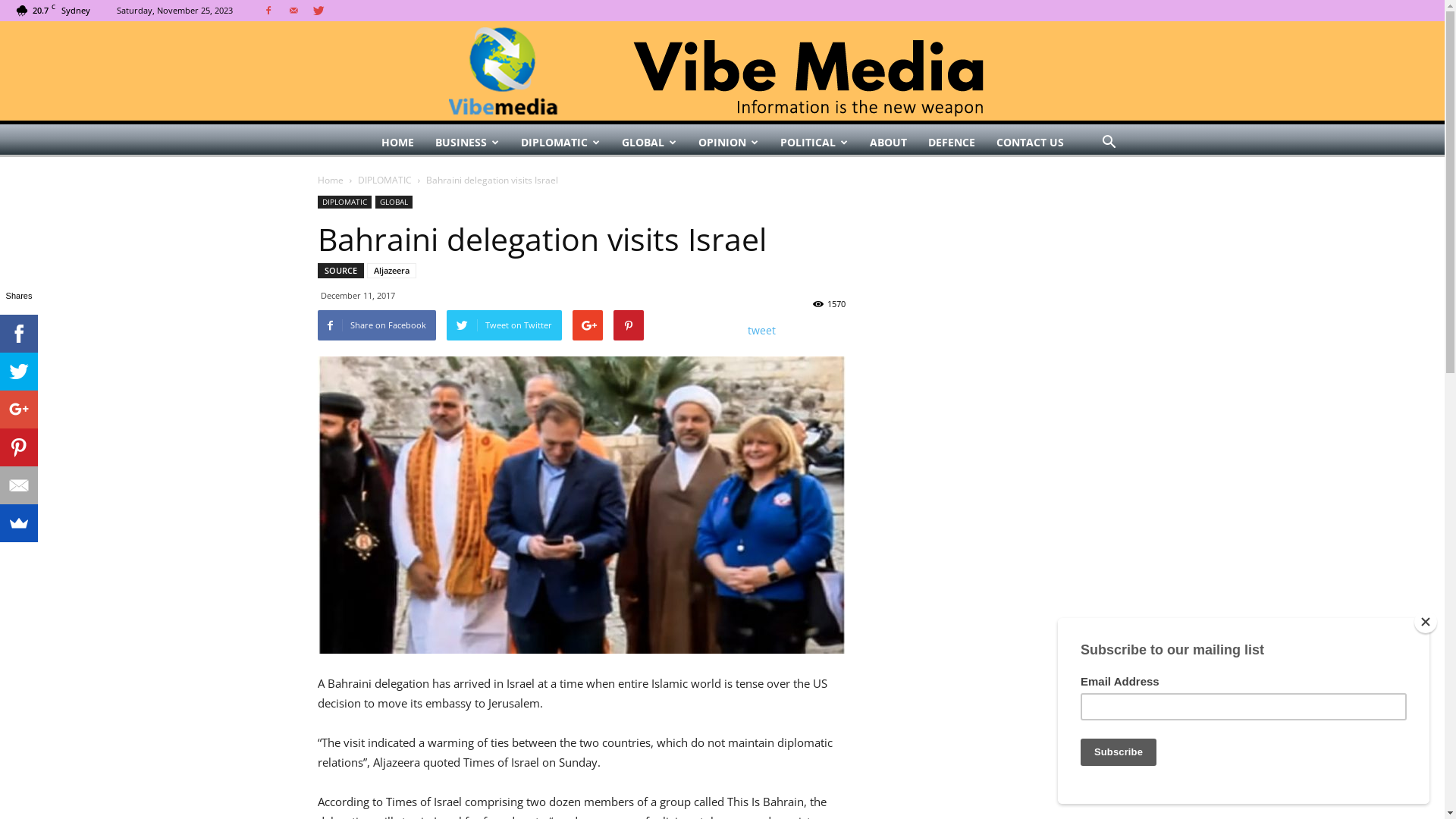 This screenshot has width=1456, height=819. Describe the element at coordinates (393, 201) in the screenshot. I see `'GLOBAL'` at that location.